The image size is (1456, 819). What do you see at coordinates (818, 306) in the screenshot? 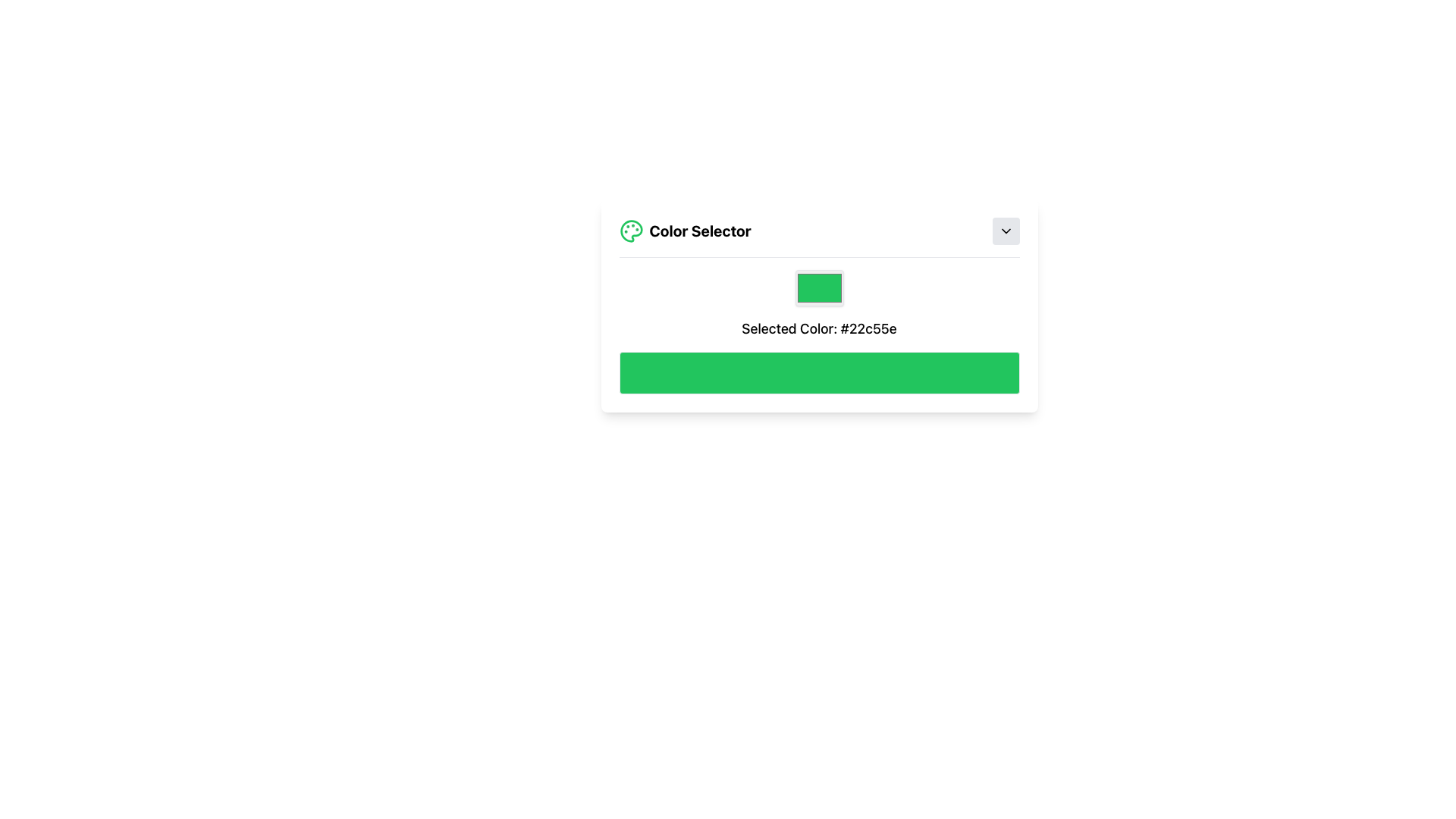
I see `the Color Display Rectangle, which has a green background and is located in the middle section of the color selector interface, above the text 'Selected Color: #22c55e'` at bounding box center [818, 306].